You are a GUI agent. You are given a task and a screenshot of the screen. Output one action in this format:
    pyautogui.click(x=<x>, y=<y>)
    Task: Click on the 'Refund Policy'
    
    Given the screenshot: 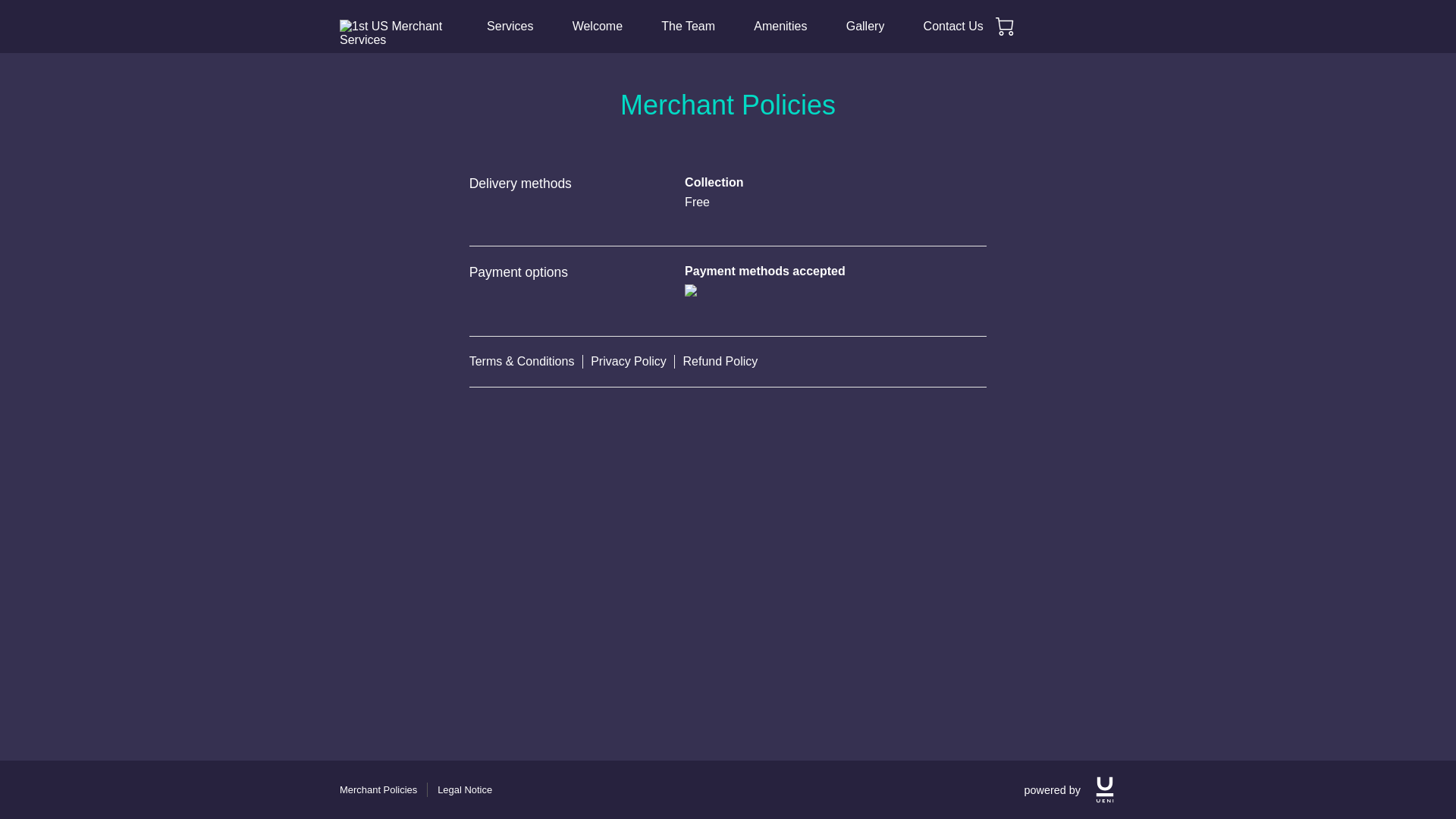 What is the action you would take?
    pyautogui.click(x=720, y=362)
    